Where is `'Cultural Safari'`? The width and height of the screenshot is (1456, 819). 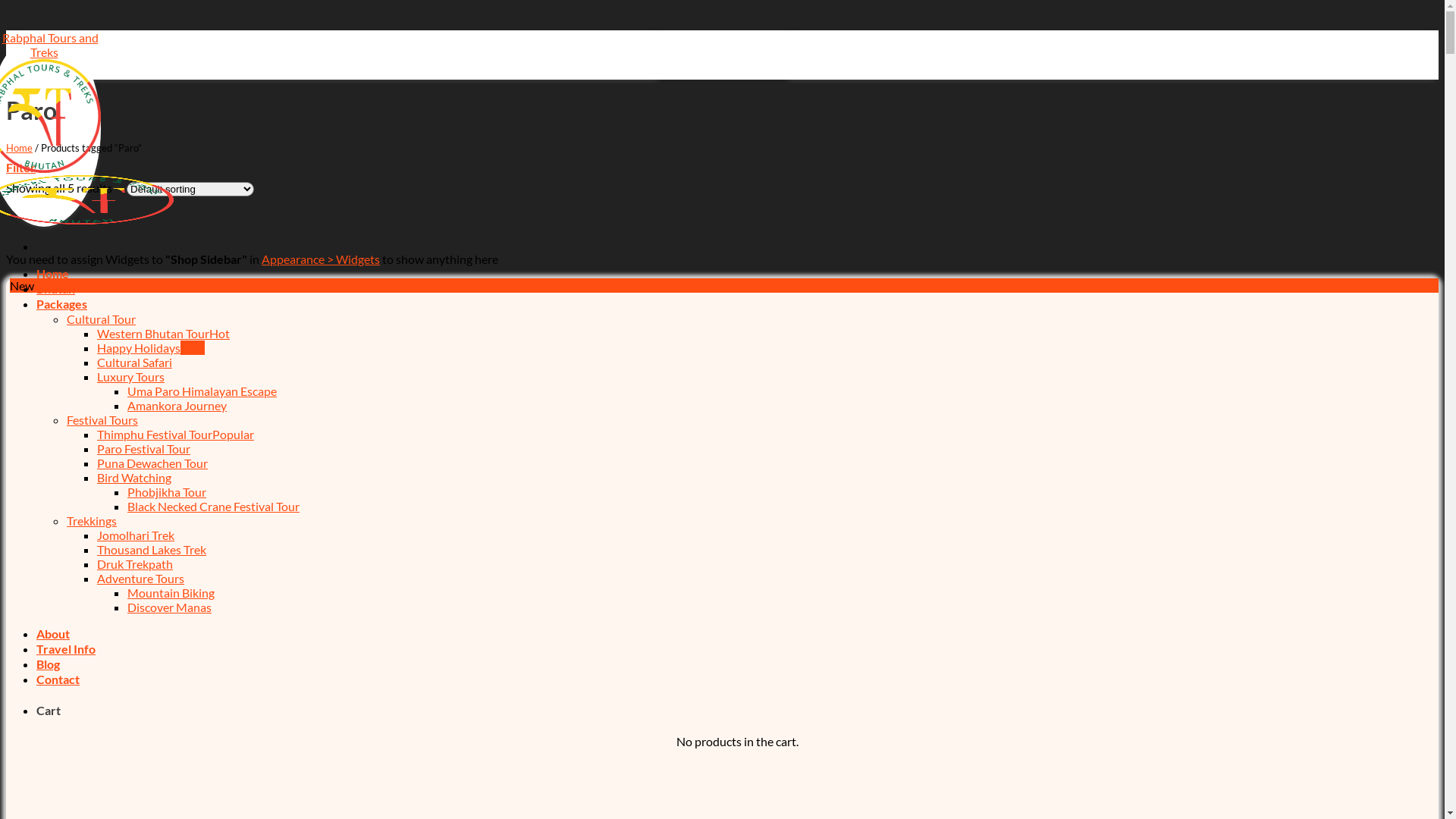
'Cultural Safari' is located at coordinates (134, 362).